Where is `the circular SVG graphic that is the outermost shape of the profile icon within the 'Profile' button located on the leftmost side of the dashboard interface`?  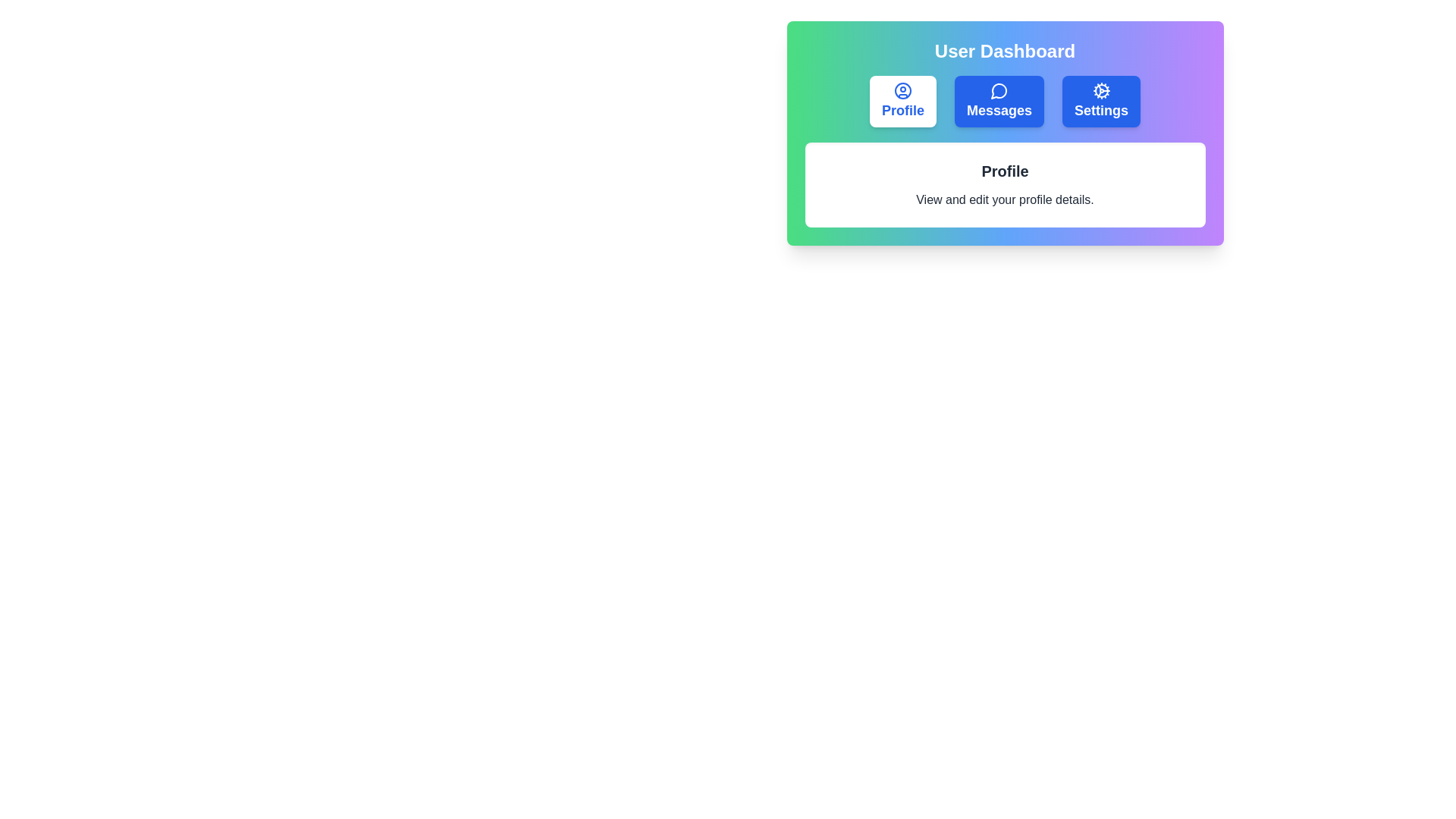
the circular SVG graphic that is the outermost shape of the profile icon within the 'Profile' button located on the leftmost side of the dashboard interface is located at coordinates (902, 90).